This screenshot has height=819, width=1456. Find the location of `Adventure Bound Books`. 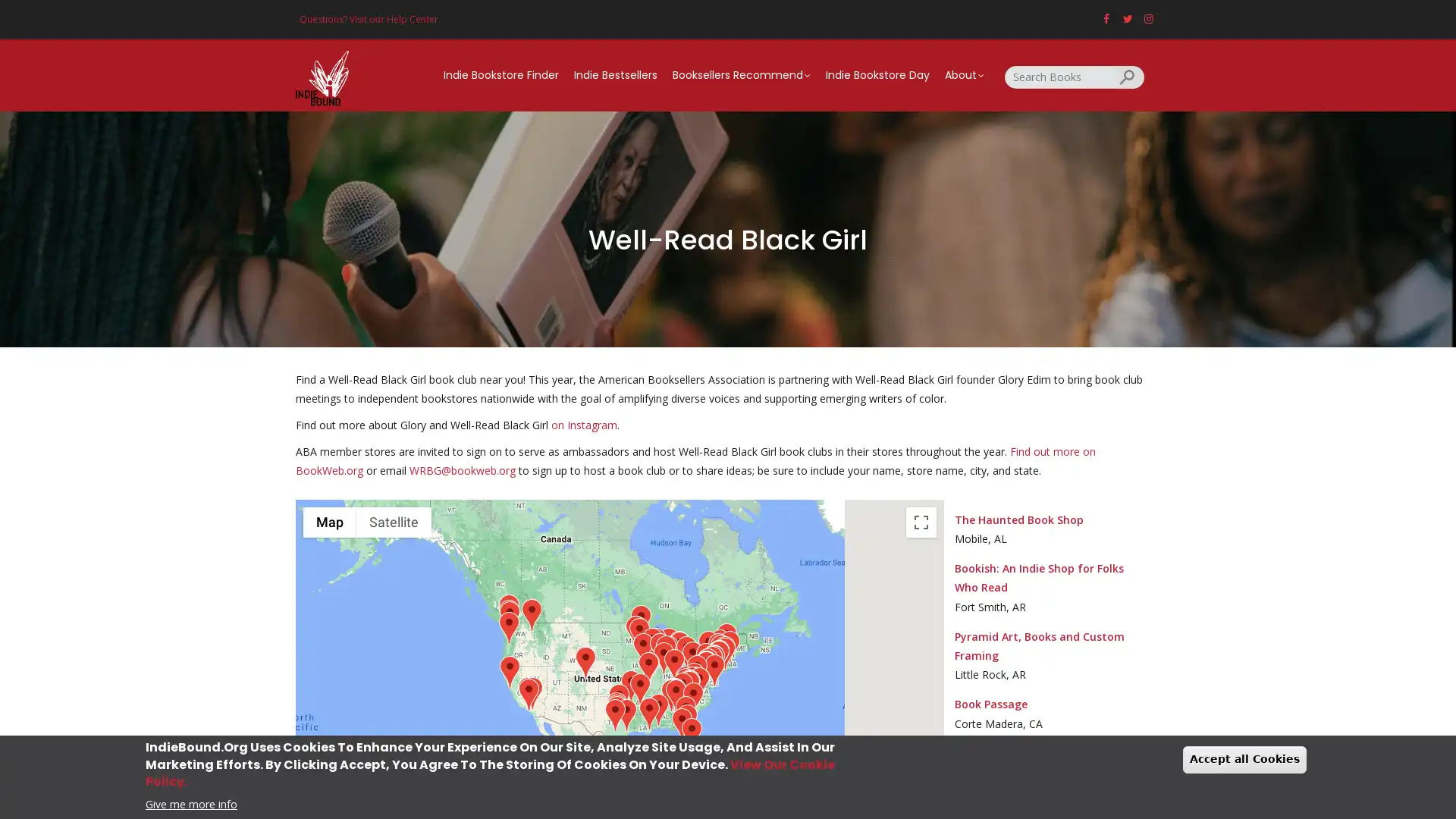

Adventure Bound Books is located at coordinates (684, 683).